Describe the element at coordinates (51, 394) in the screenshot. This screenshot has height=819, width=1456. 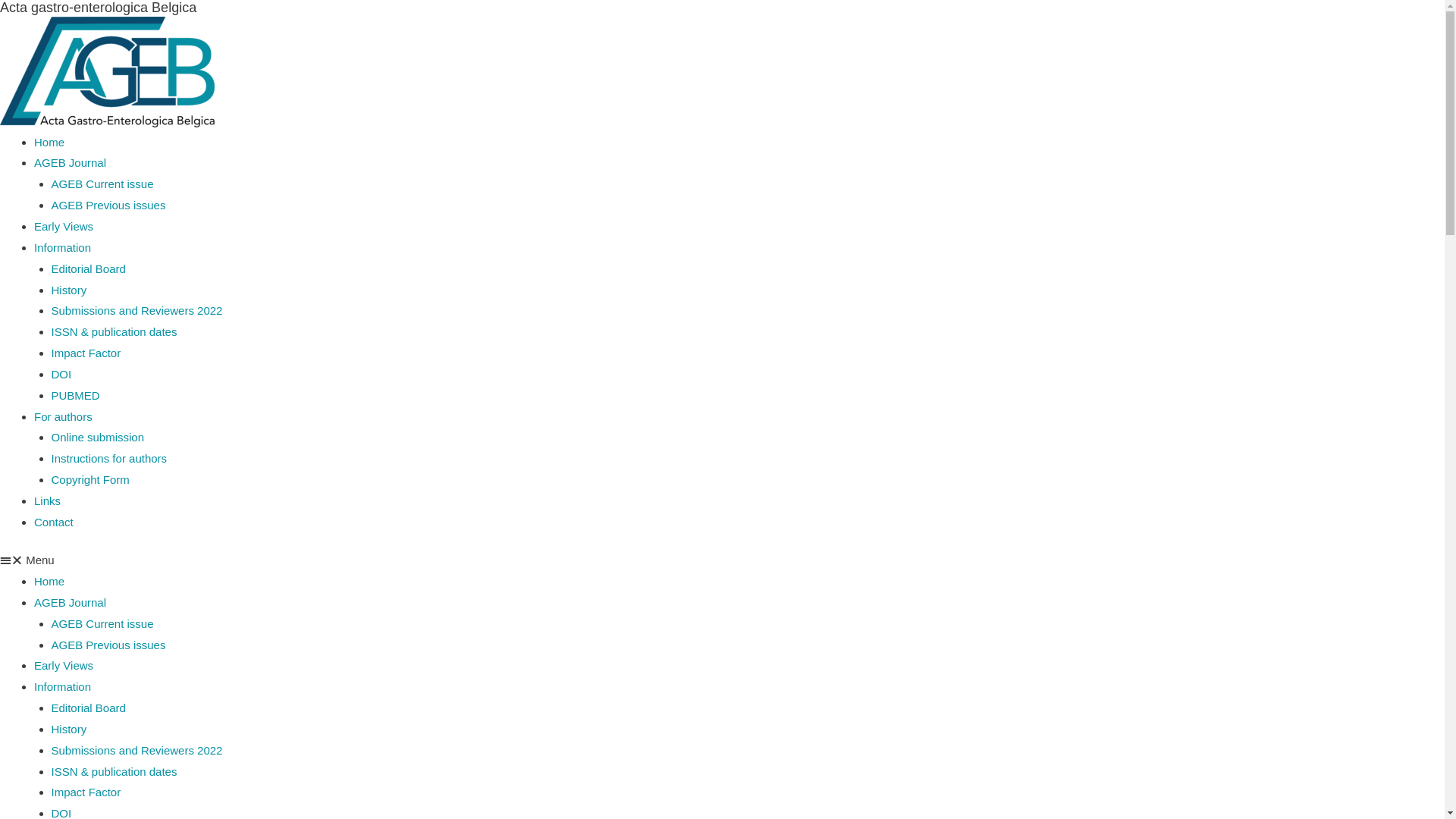
I see `'PUBMED'` at that location.